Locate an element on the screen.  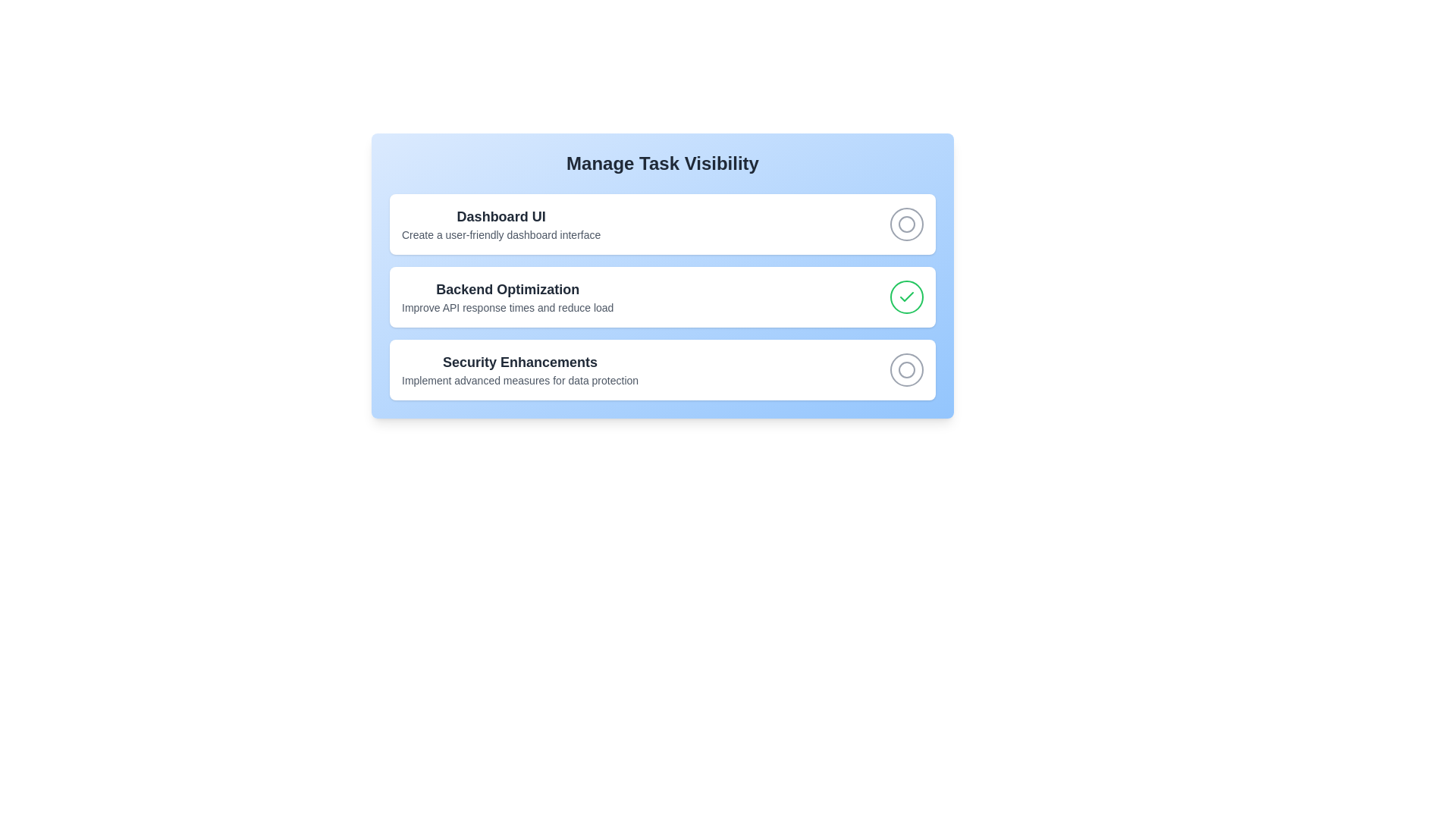
the static text element that provides additional details about the 'Security Enhancements' feature, located directly under the bold title in the grouped section is located at coordinates (520, 379).